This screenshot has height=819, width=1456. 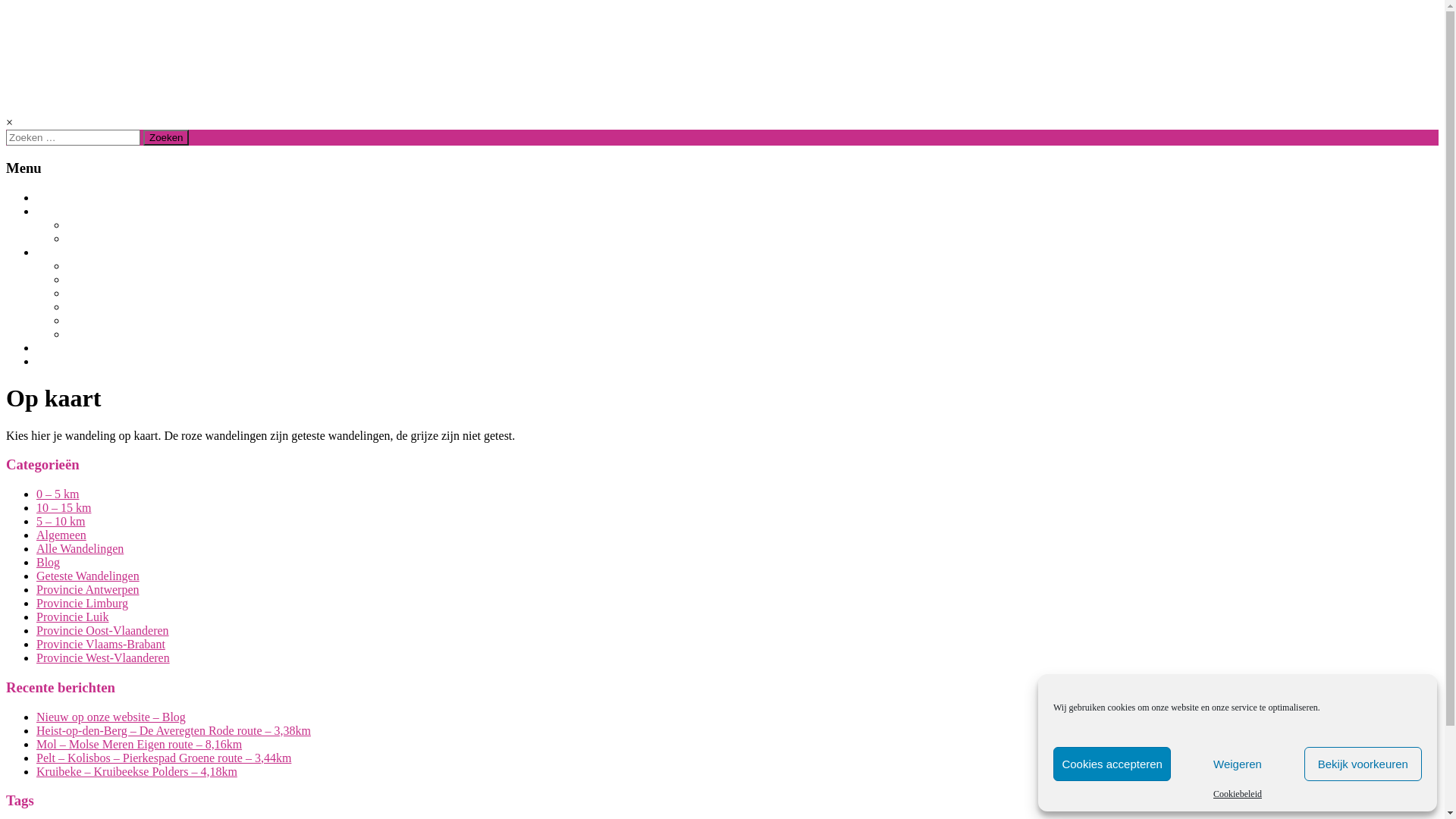 What do you see at coordinates (149, 307) in the screenshot?
I see `'PROVINCIE OOST-VLAANDEREN'` at bounding box center [149, 307].